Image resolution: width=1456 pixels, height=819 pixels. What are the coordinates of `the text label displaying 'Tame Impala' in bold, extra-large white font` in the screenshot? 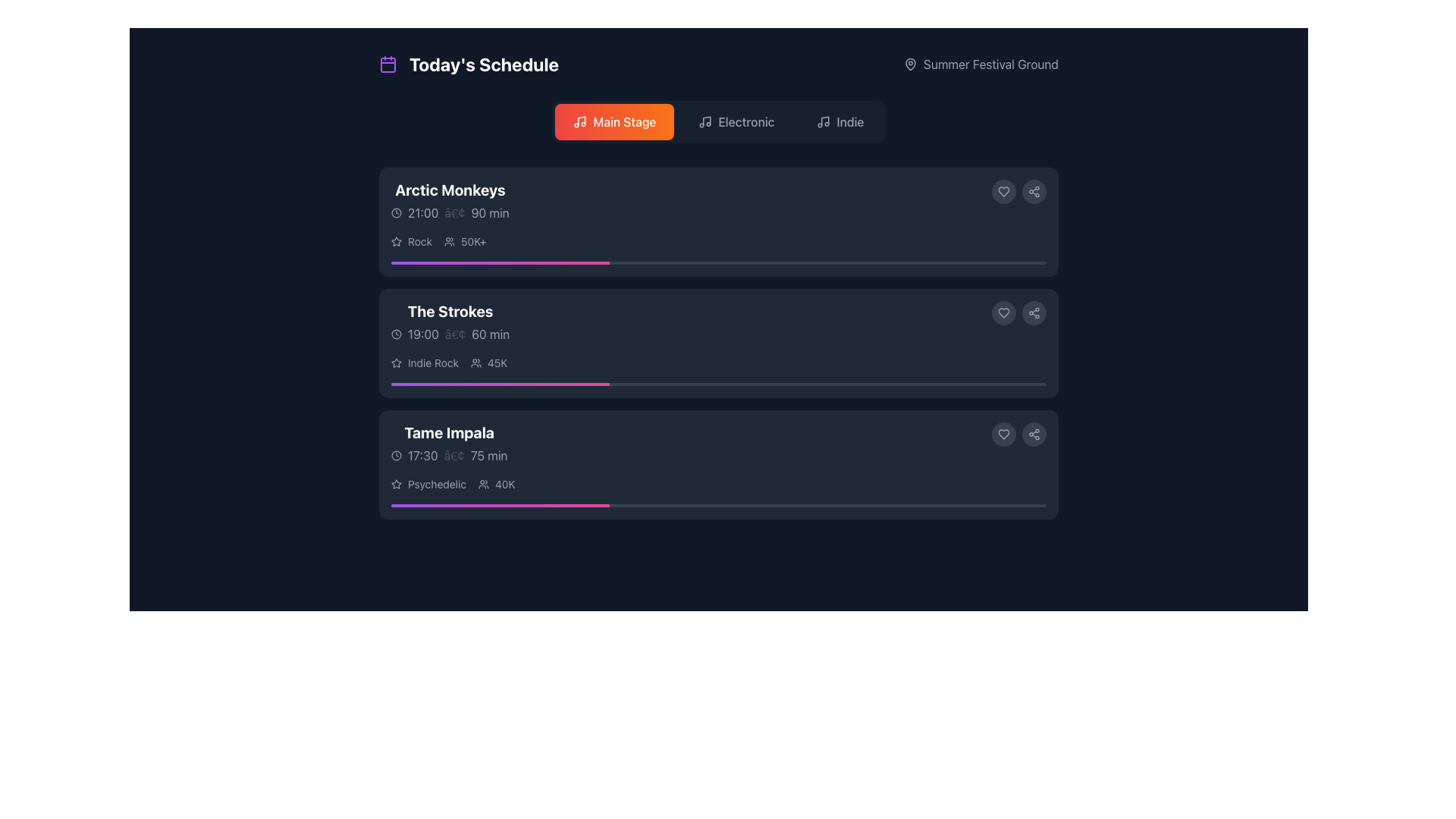 It's located at (448, 432).